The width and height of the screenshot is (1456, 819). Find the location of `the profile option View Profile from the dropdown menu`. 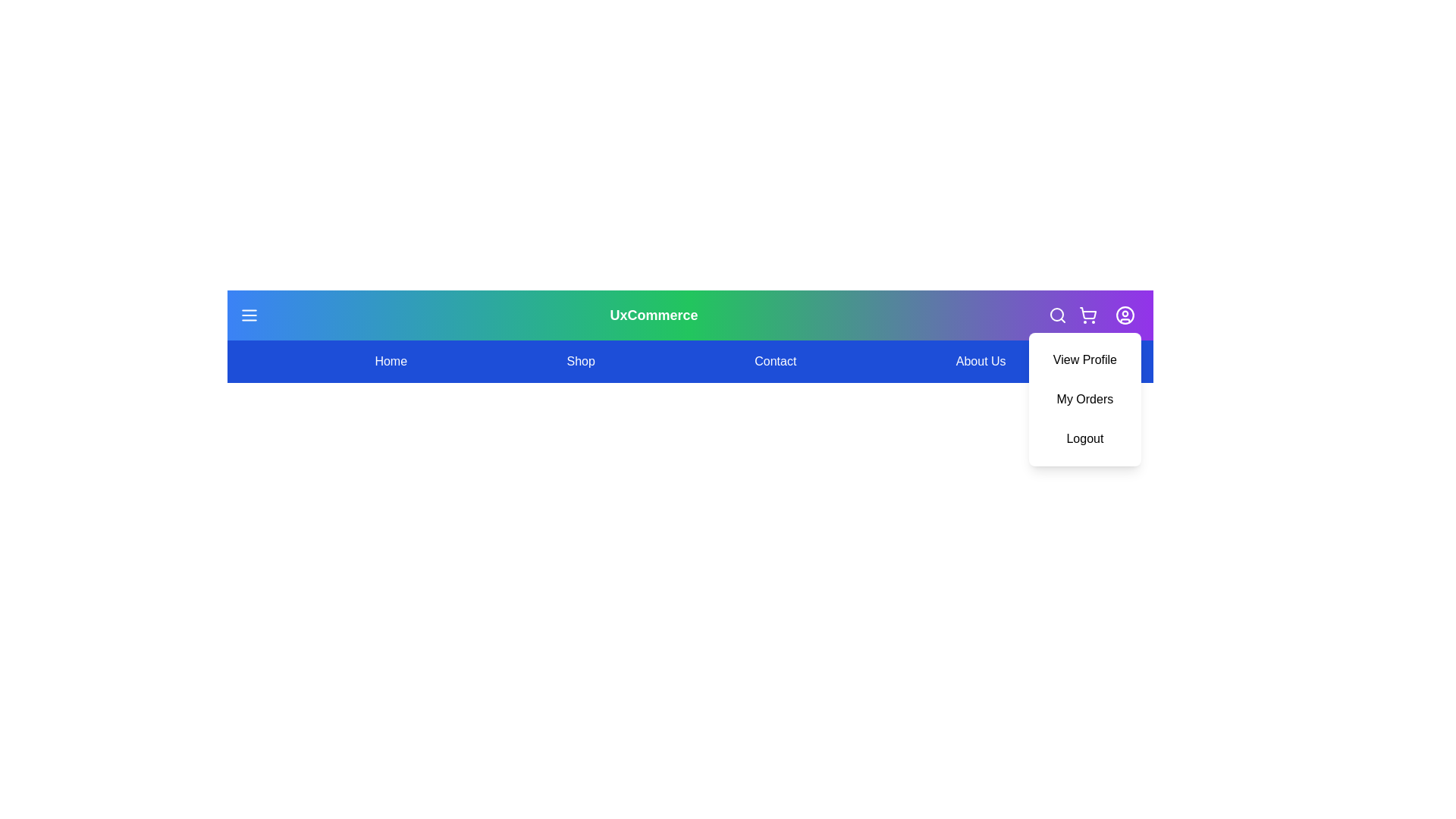

the profile option View Profile from the dropdown menu is located at coordinates (1084, 359).